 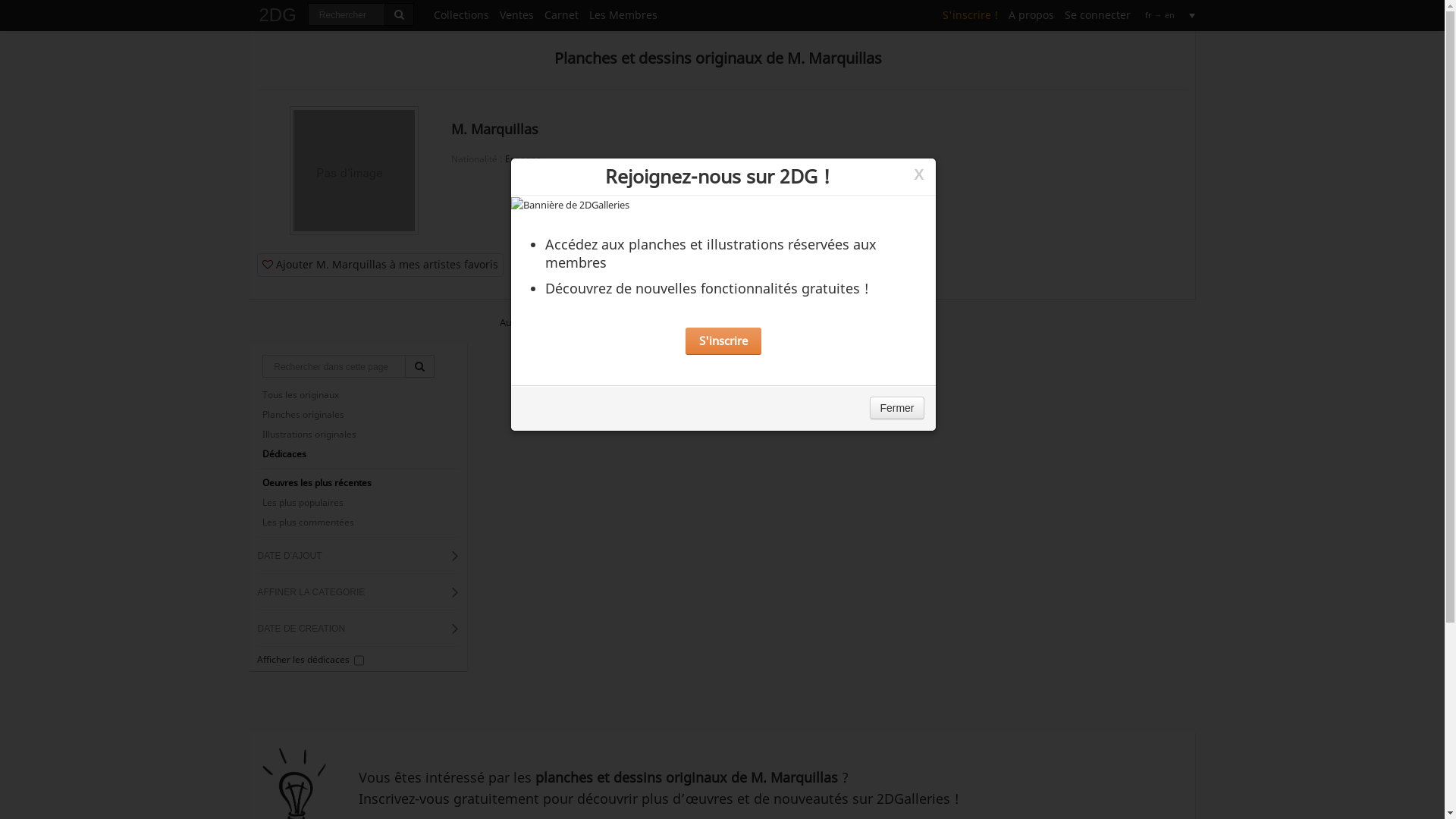 I want to click on 'Ventes', so click(x=494, y=14).